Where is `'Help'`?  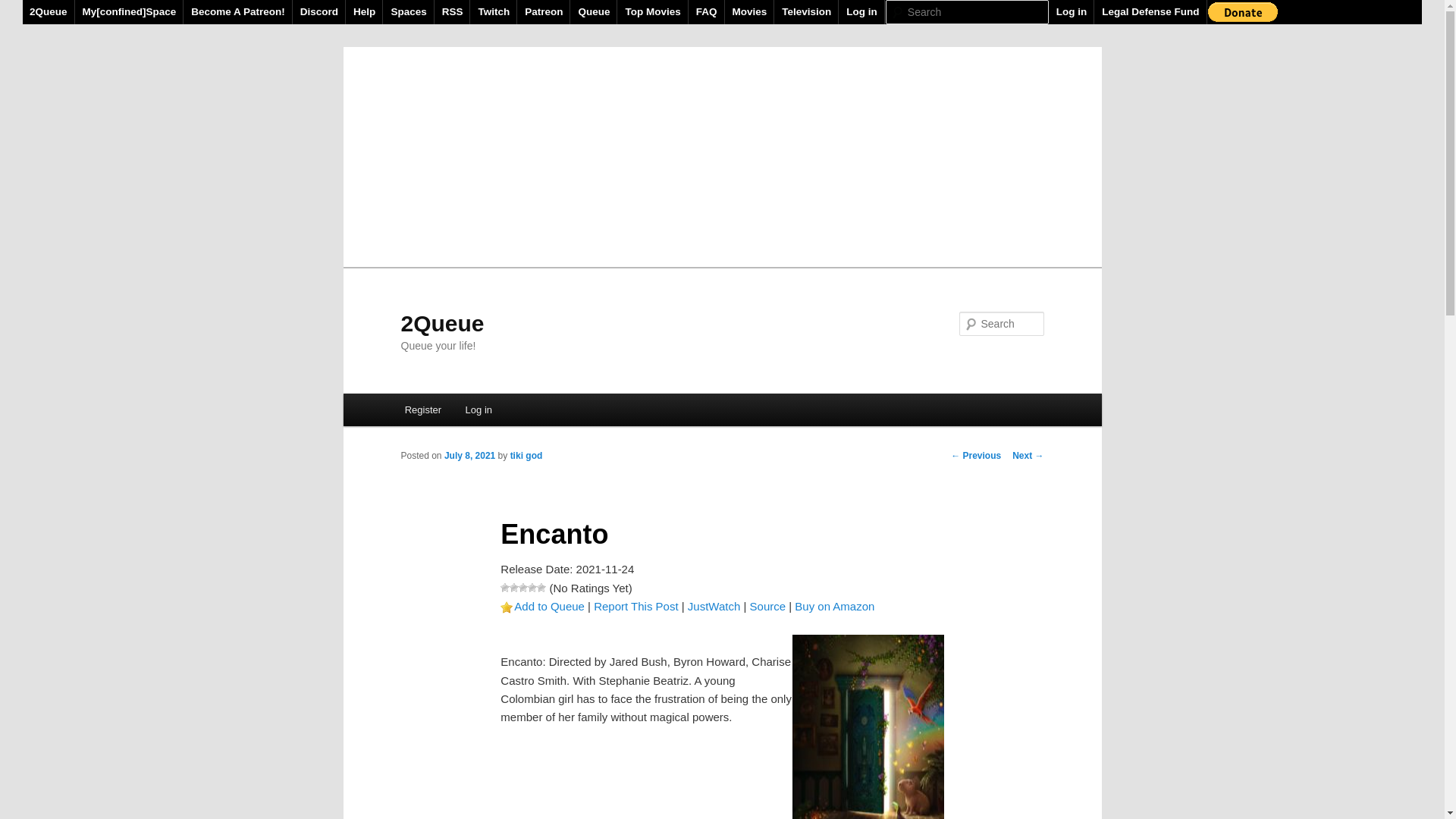 'Help' is located at coordinates (364, 11).